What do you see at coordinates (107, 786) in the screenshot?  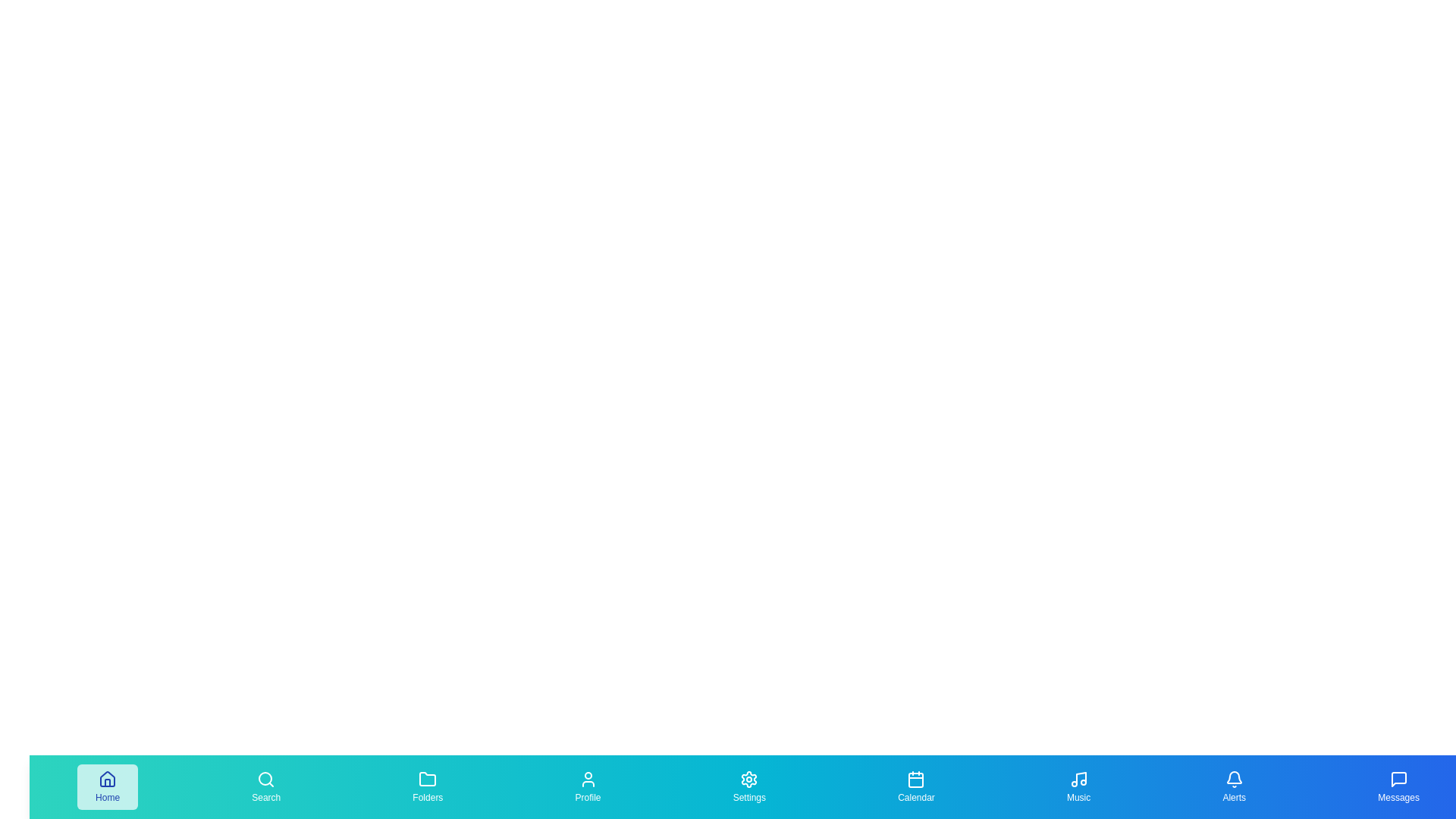 I see `the 'Home' tab to activate it` at bounding box center [107, 786].